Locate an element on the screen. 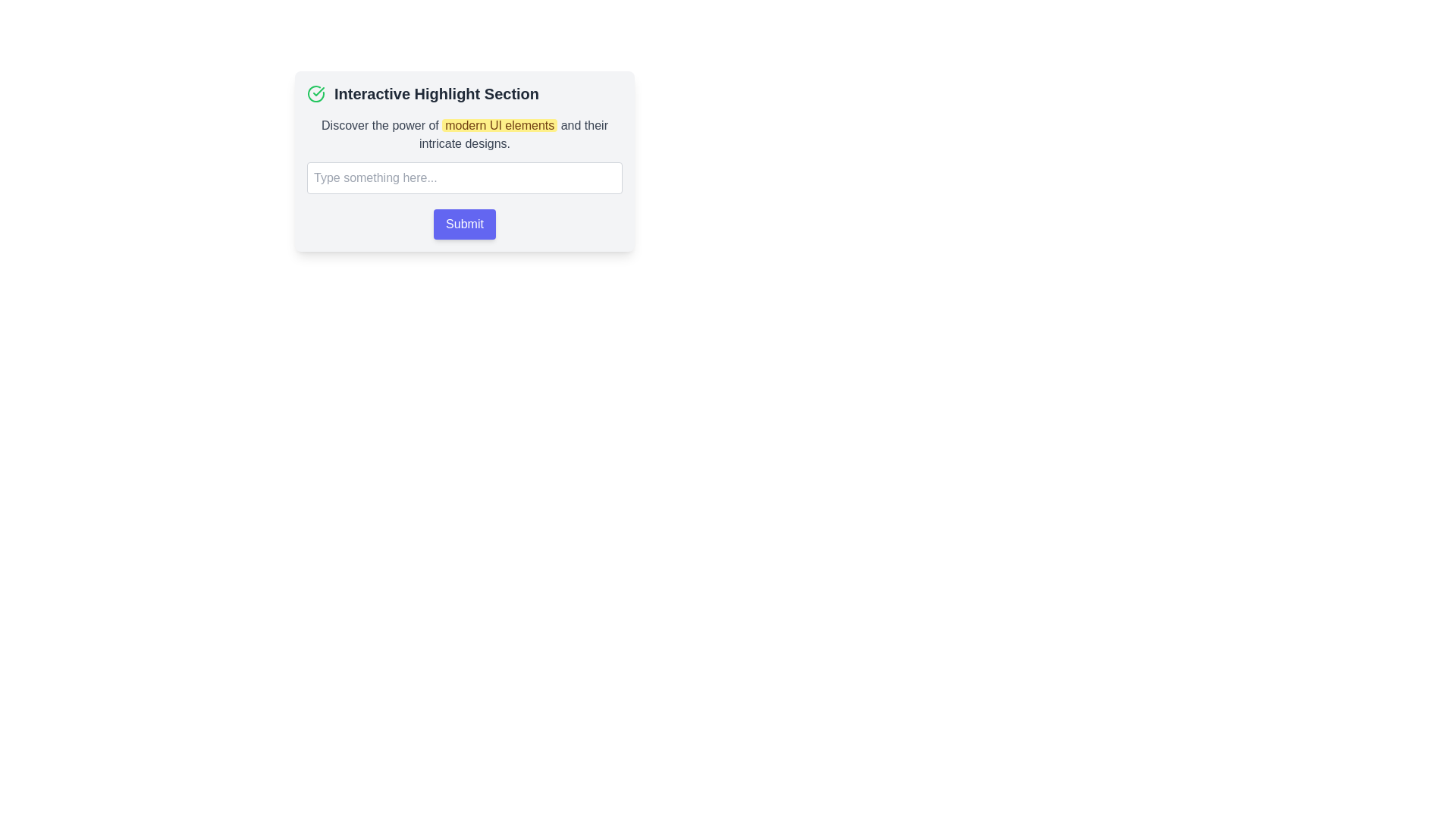  the static text that emphasizes the phrase 'modern UI elements' within the 'Interactive Highlight Section' to trigger a tooltip or emphasis effect is located at coordinates (464, 133).